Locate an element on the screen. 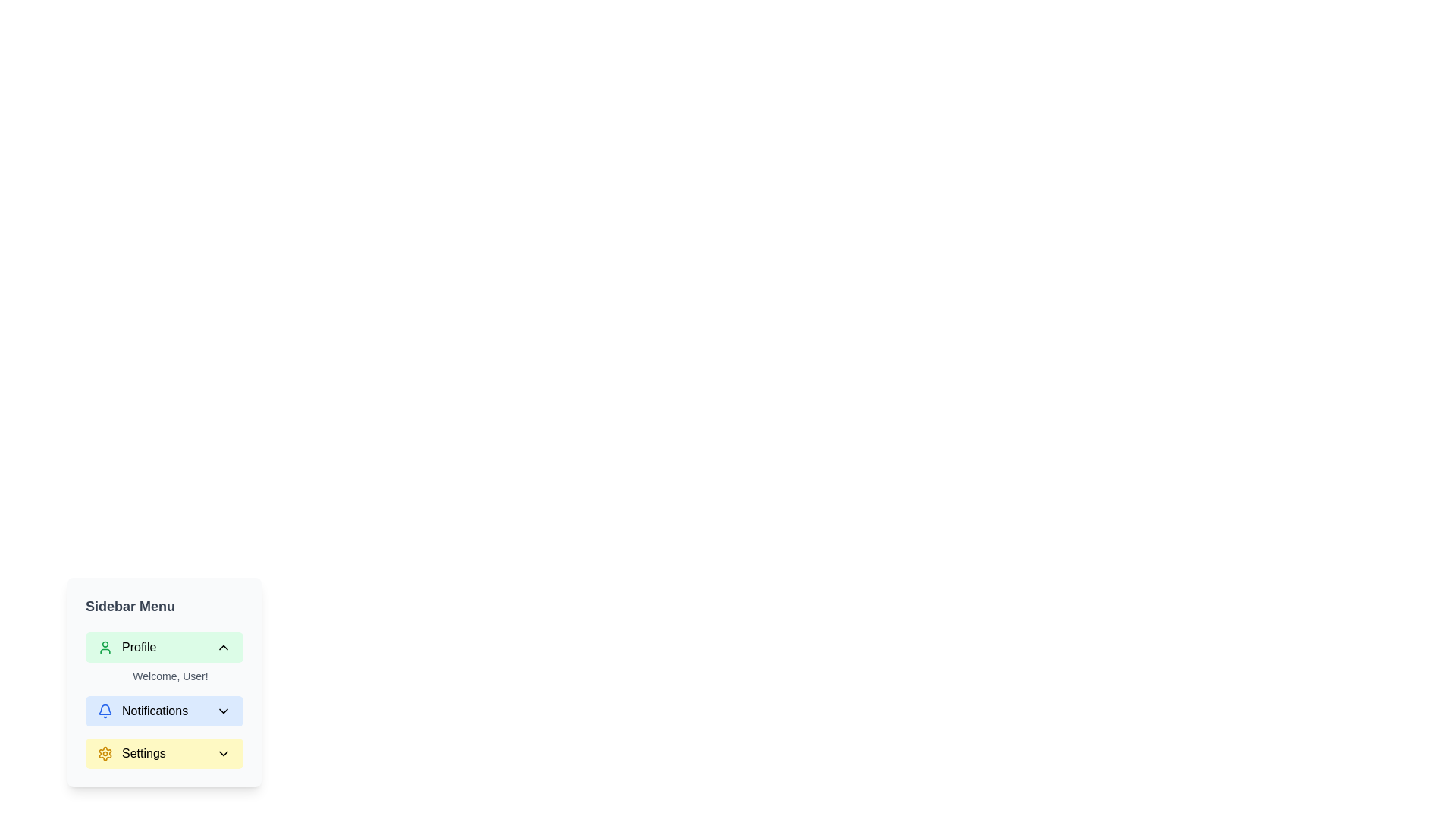 The width and height of the screenshot is (1456, 819). the 'Profile' section in the sidebar menu is located at coordinates (164, 657).